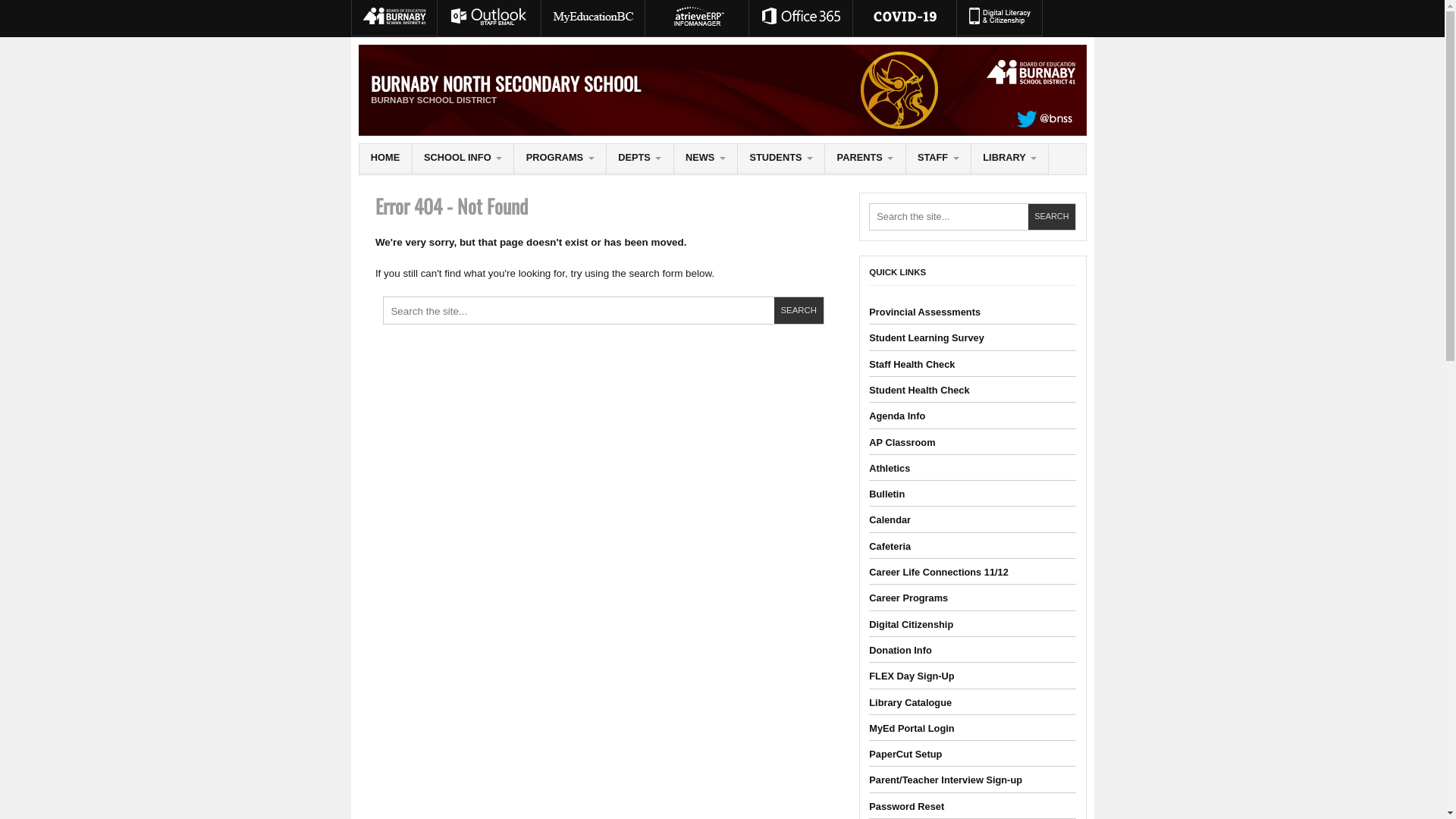  Describe the element at coordinates (889, 467) in the screenshot. I see `'Athletics'` at that location.